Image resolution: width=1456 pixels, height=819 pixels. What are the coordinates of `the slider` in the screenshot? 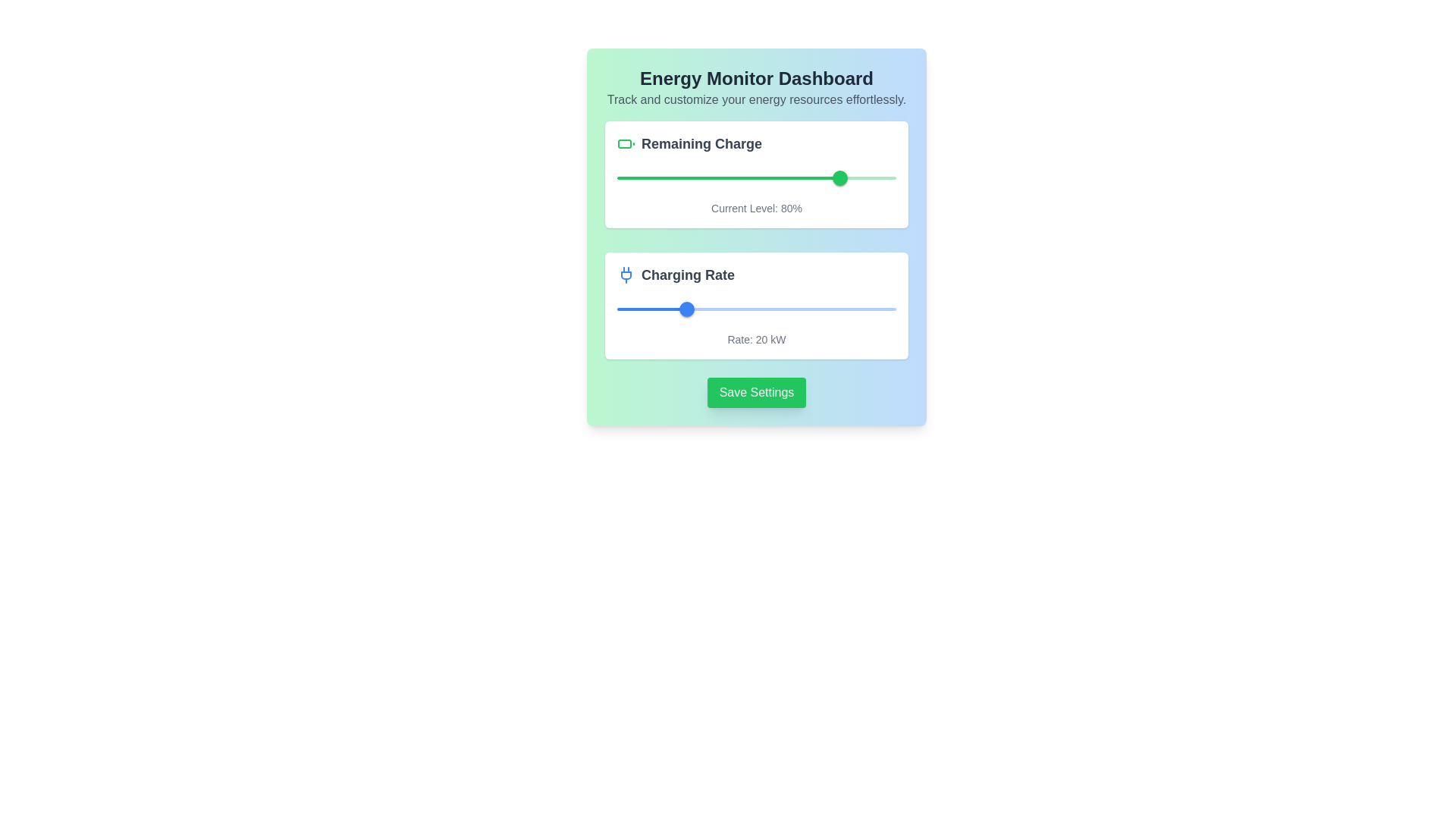 It's located at (631, 309).